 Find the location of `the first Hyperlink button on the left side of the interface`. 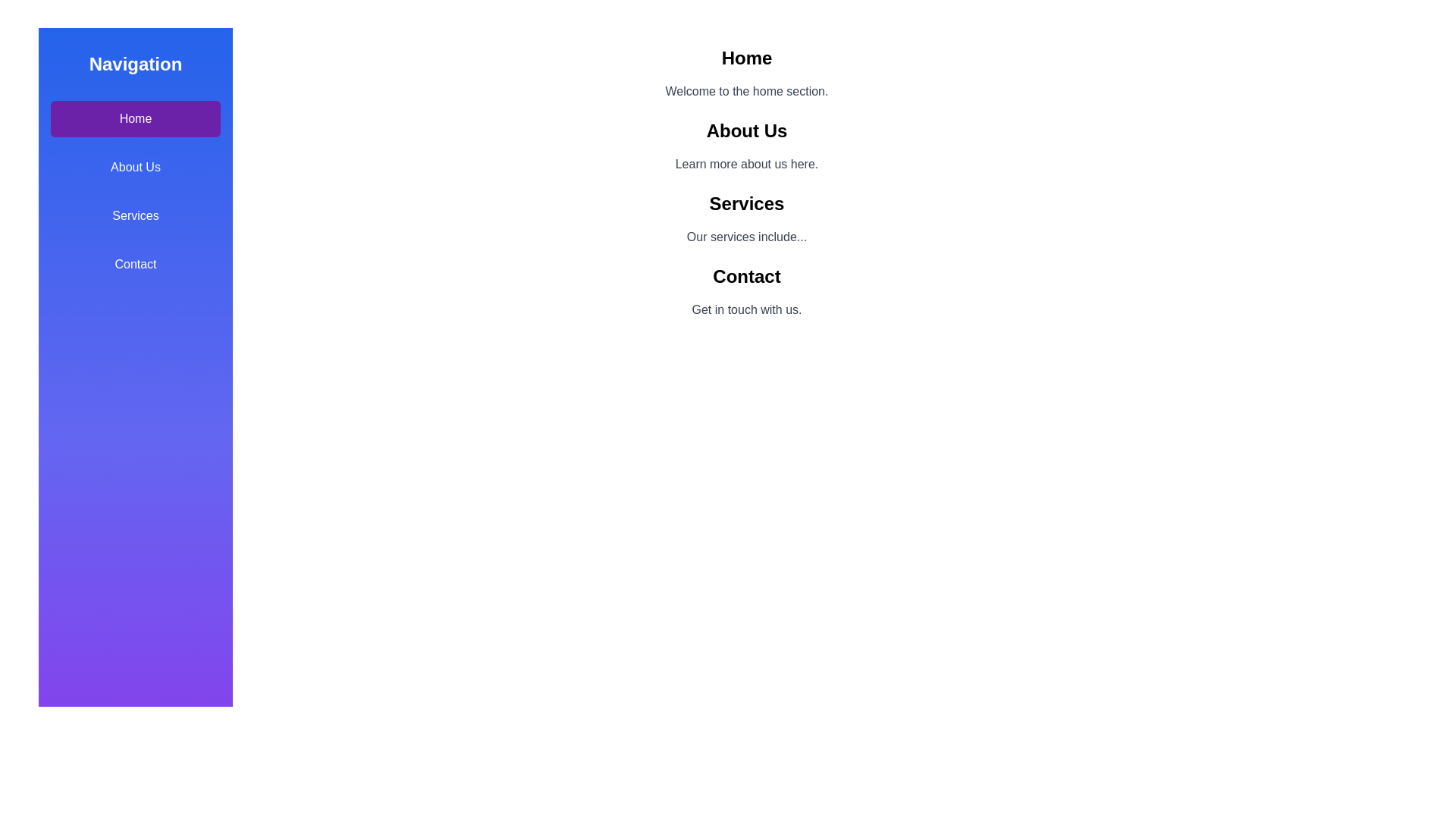

the first Hyperlink button on the left side of the interface is located at coordinates (135, 118).